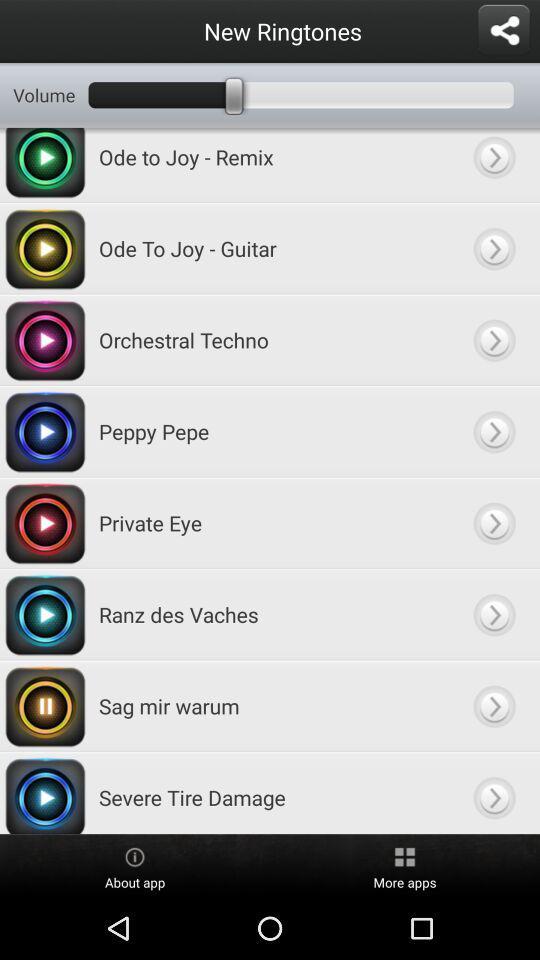 This screenshot has width=540, height=960. What do you see at coordinates (493, 164) in the screenshot?
I see `favorited` at bounding box center [493, 164].